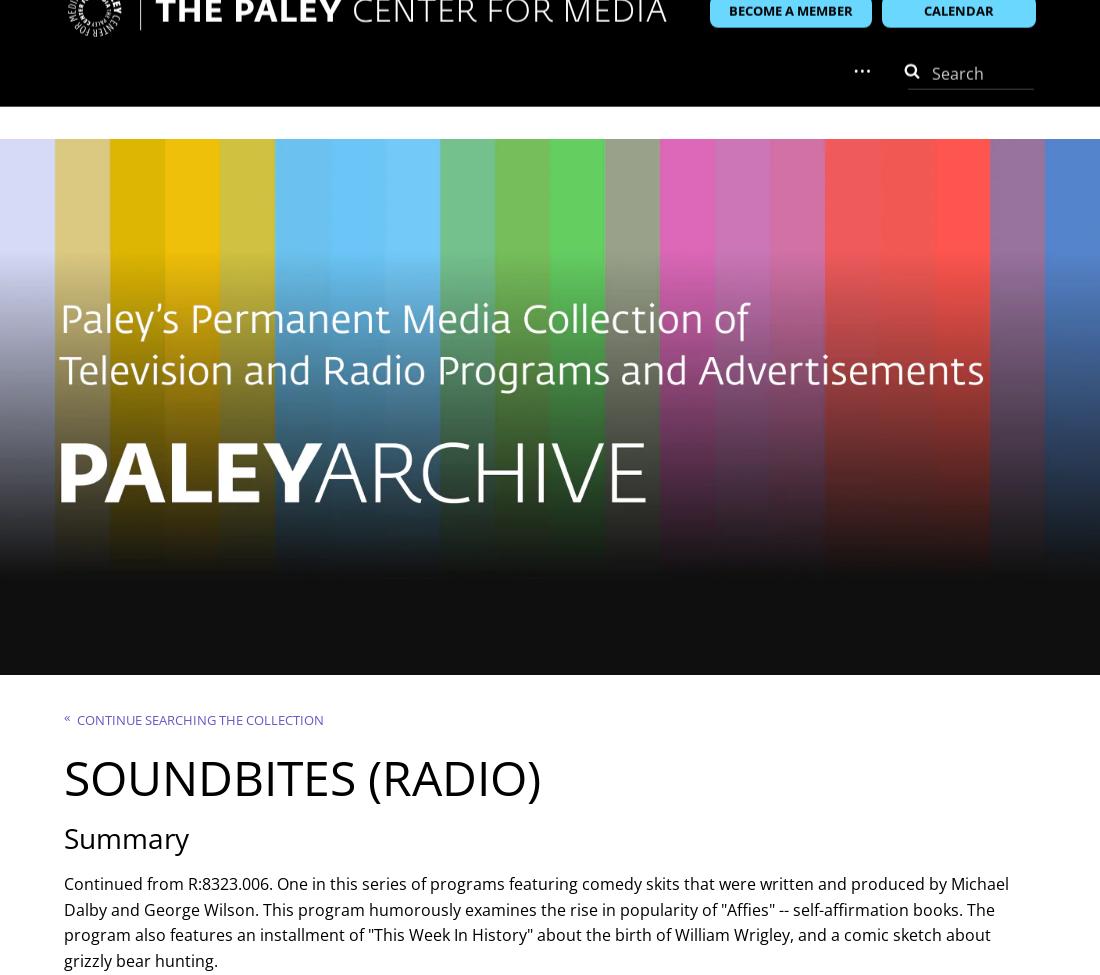 Image resolution: width=1100 pixels, height=975 pixels. Describe the element at coordinates (96, 101) in the screenshot. I see `'Visit'` at that location.